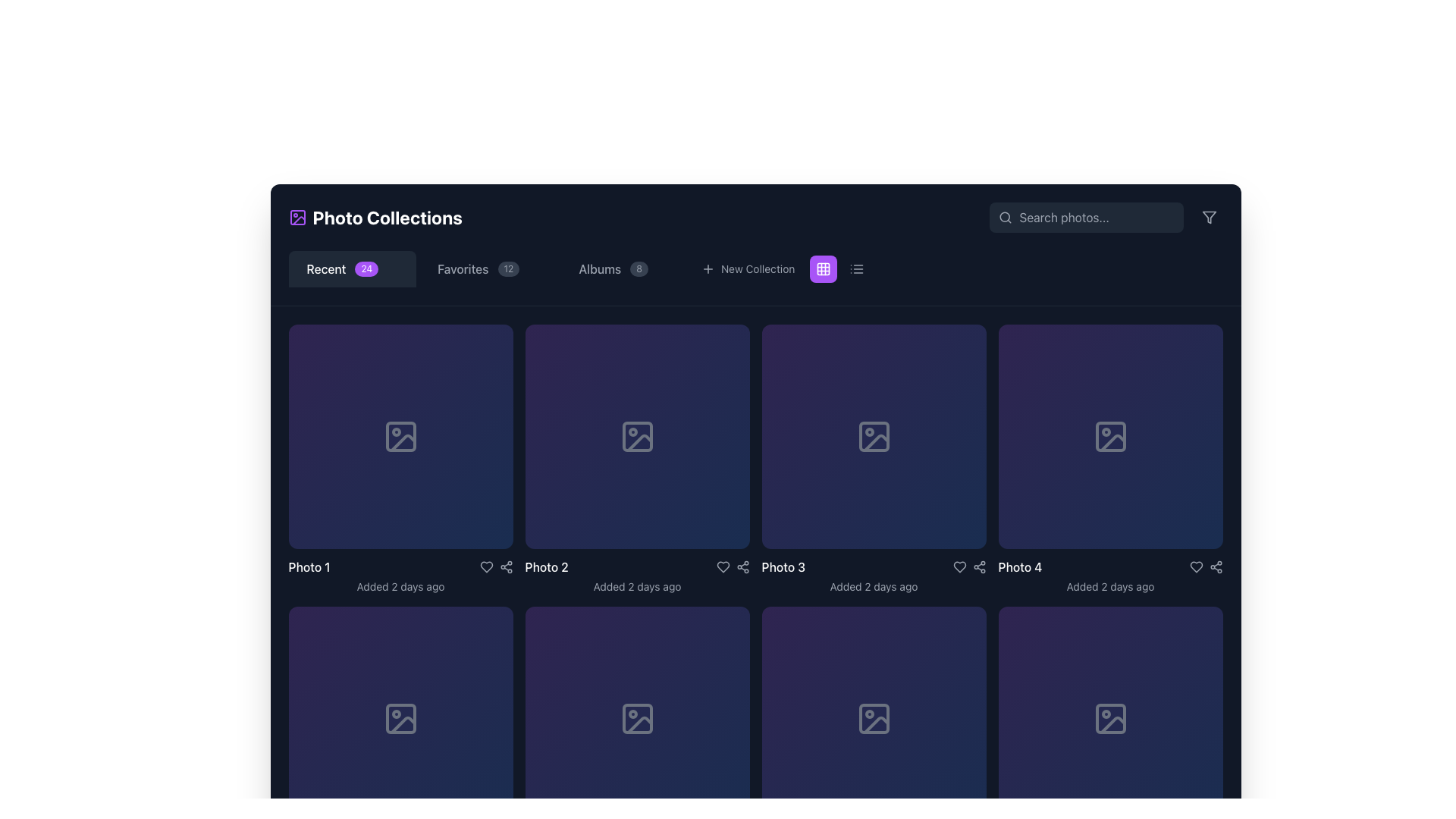 This screenshot has width=1456, height=819. I want to click on the 'Download' decorative icon located in the third square of the second row of the grid layout, so click(637, 718).